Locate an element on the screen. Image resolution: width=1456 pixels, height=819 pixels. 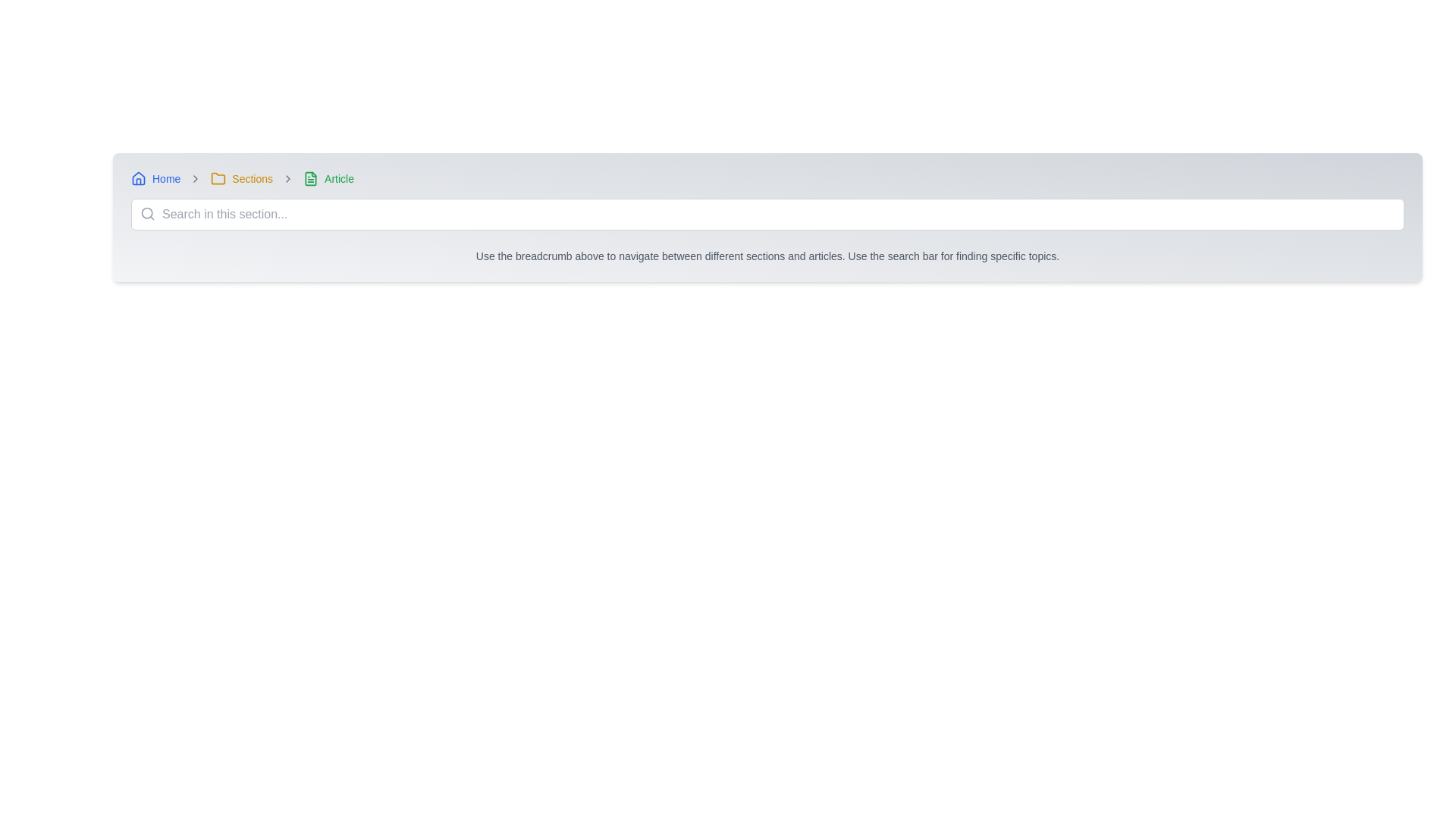
the file or document indicator icon located in the breadcrumb navigation bar, to the left of the 'Article' text label is located at coordinates (310, 177).